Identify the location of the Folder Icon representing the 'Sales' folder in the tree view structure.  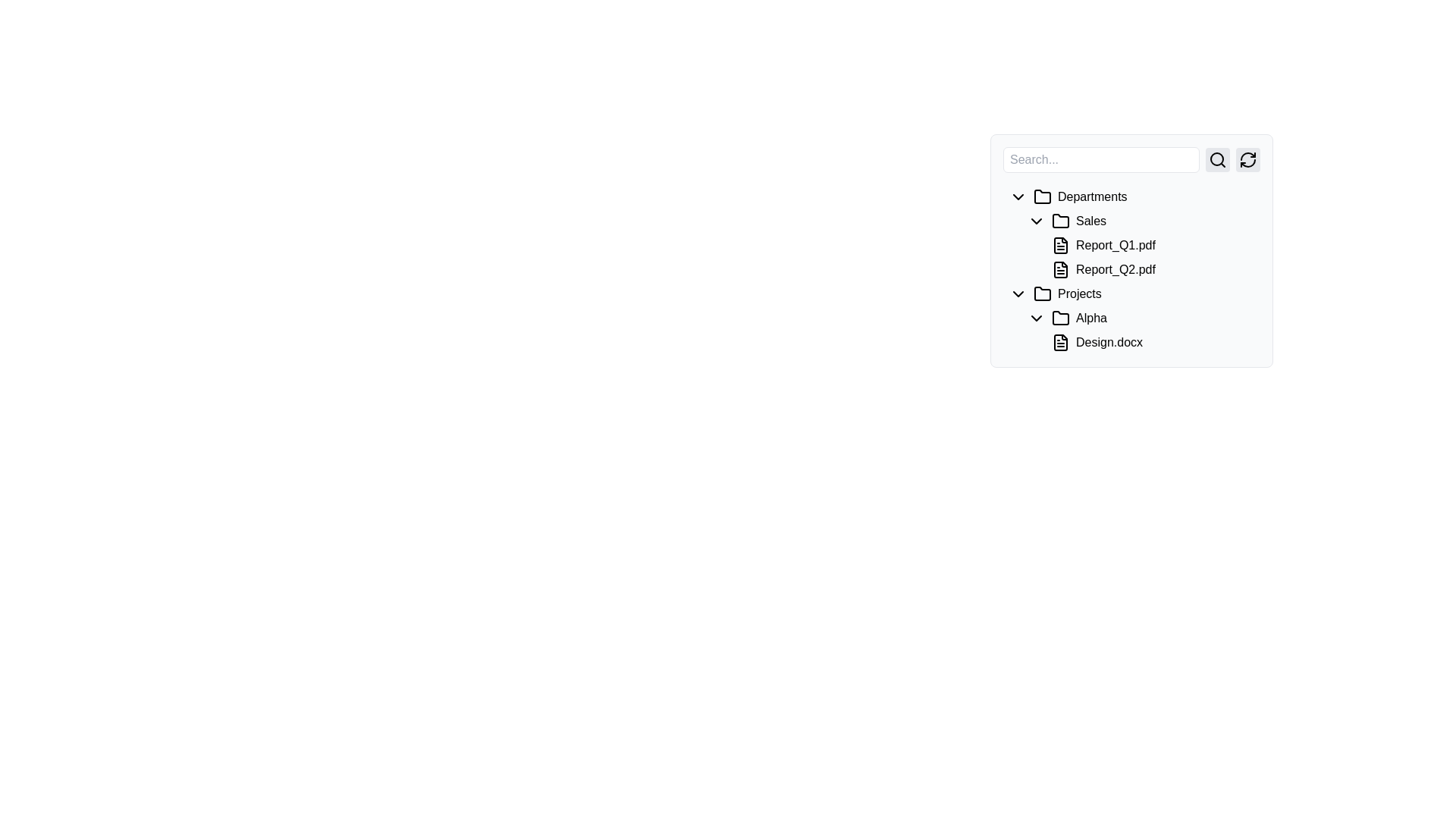
(1059, 220).